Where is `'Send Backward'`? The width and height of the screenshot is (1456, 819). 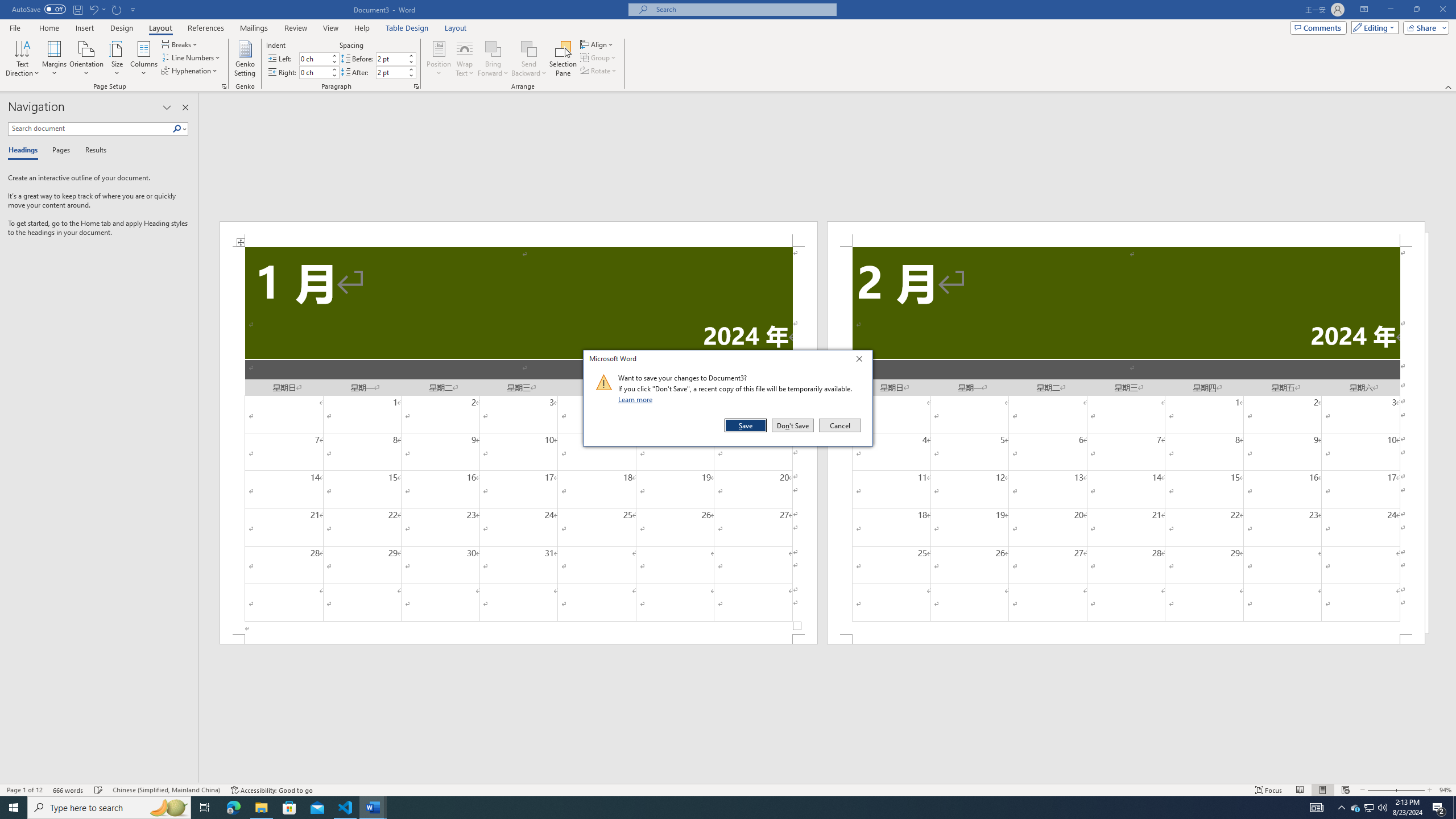
'Send Backward' is located at coordinates (528, 48).